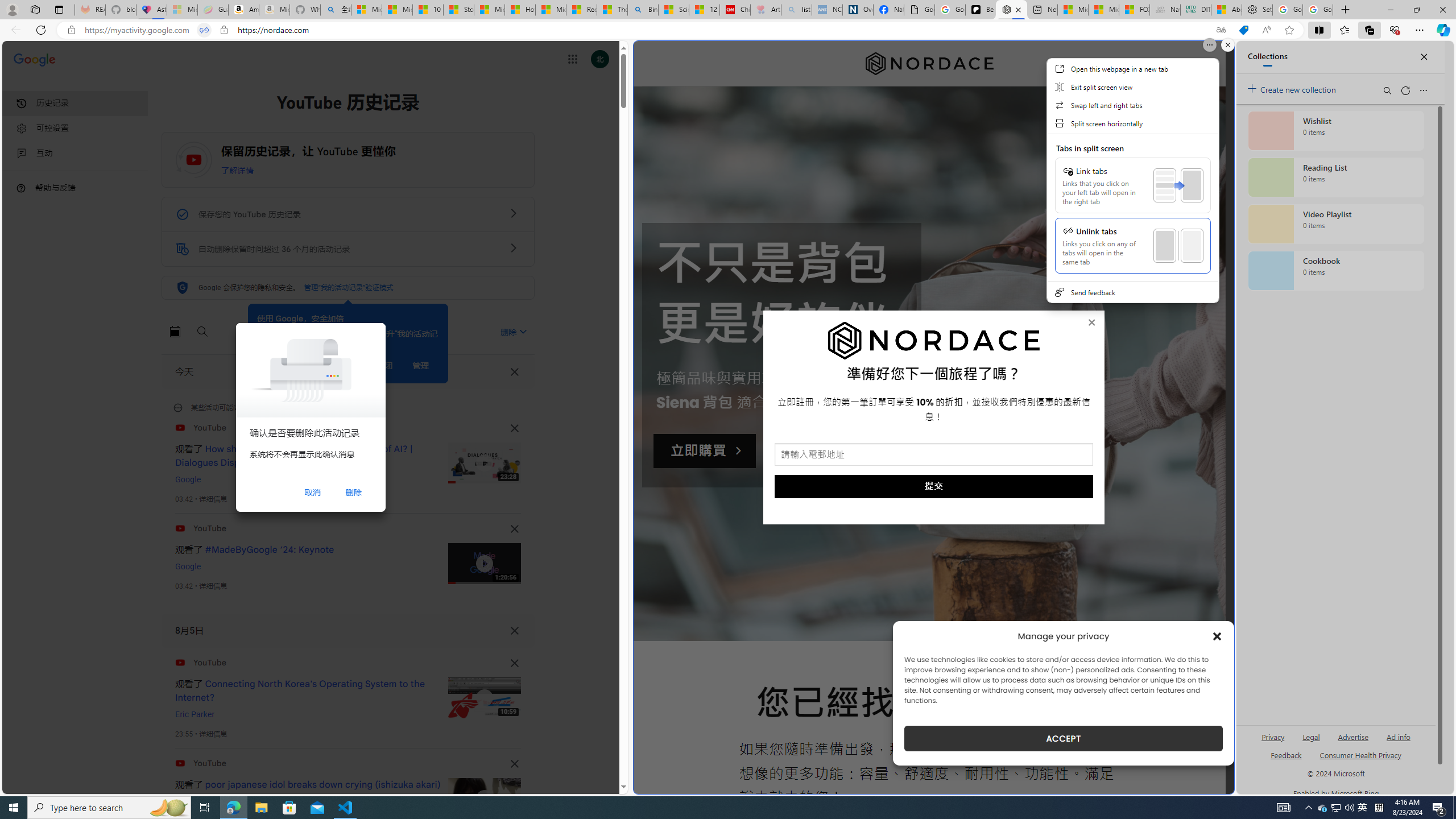 This screenshot has height=819, width=1456. What do you see at coordinates (674, 9) in the screenshot?
I see `'Science - MSN'` at bounding box center [674, 9].